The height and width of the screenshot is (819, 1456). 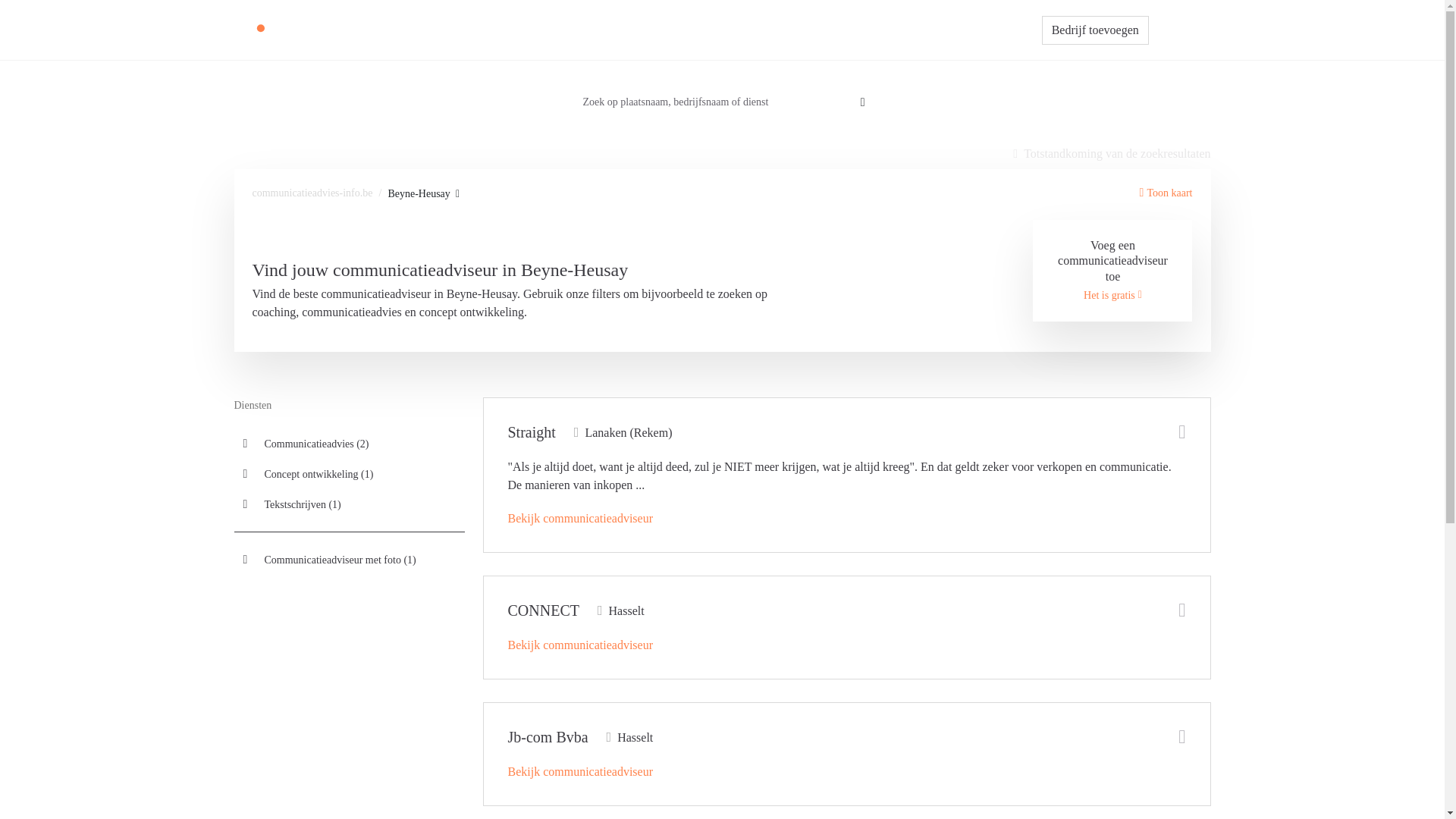 I want to click on 'Inloggen', so click(x=1178, y=30).